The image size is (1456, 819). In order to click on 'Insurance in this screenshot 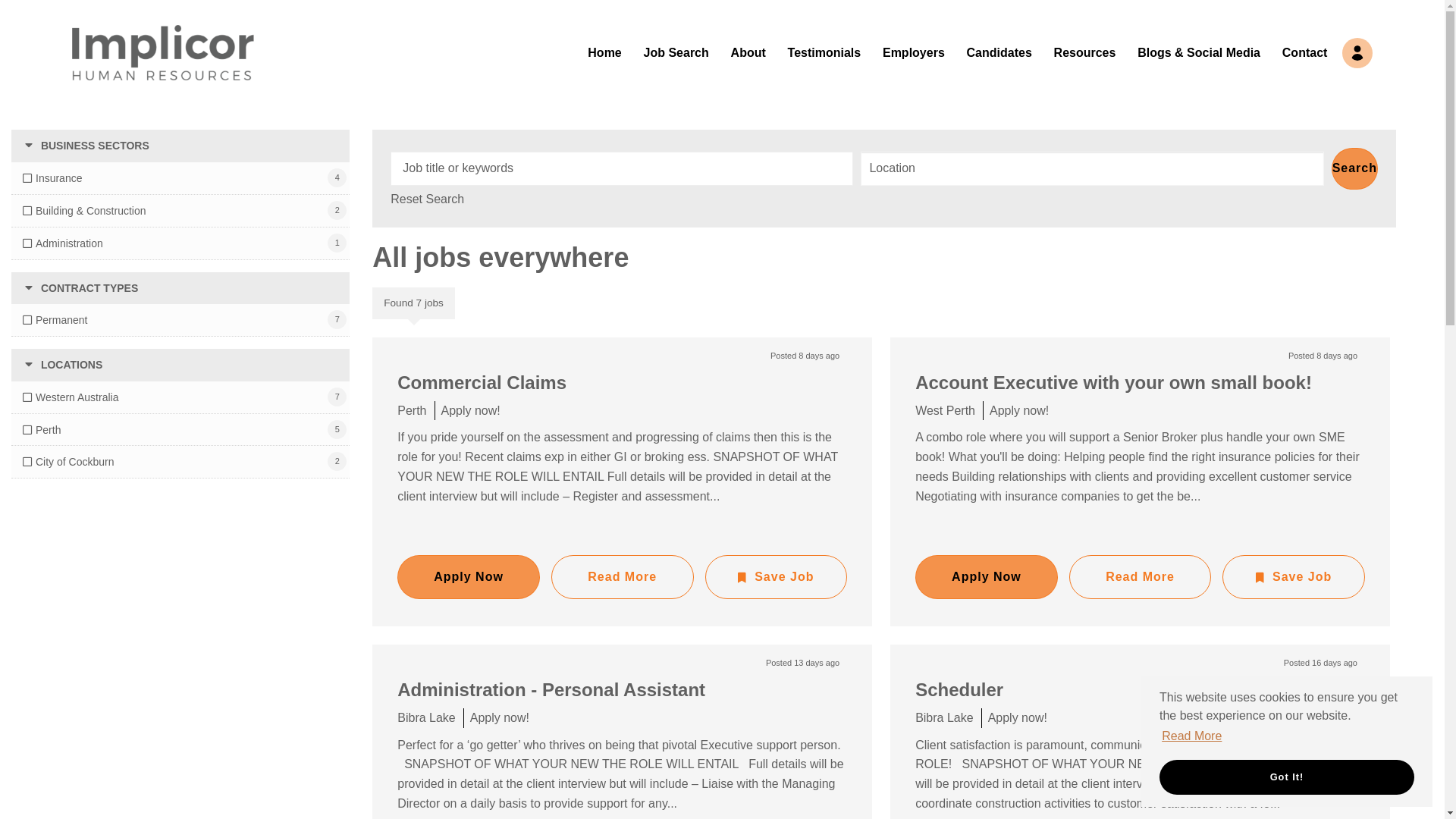, I will do `click(52, 177)`.